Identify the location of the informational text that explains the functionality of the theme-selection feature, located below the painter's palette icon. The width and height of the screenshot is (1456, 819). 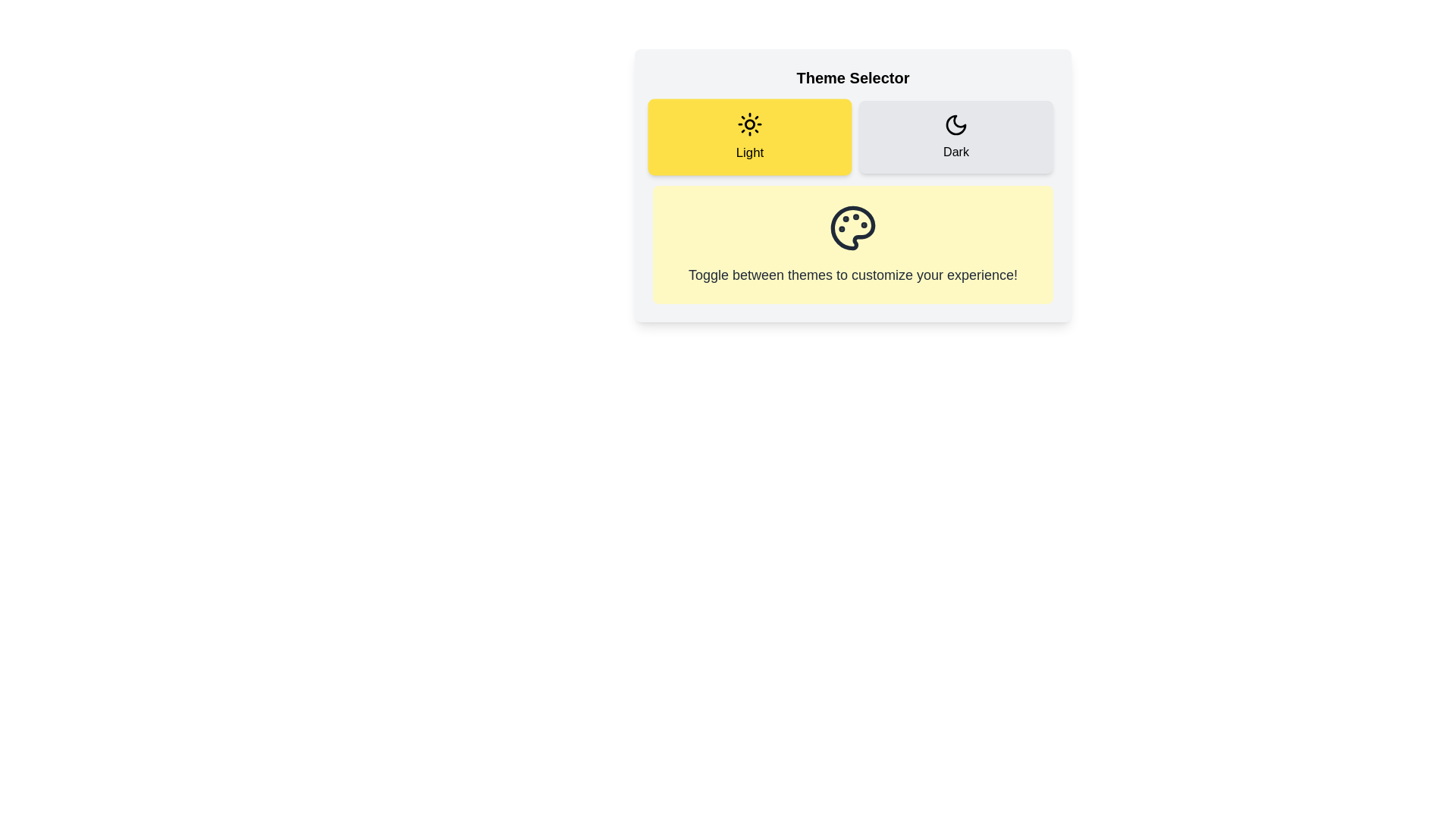
(852, 275).